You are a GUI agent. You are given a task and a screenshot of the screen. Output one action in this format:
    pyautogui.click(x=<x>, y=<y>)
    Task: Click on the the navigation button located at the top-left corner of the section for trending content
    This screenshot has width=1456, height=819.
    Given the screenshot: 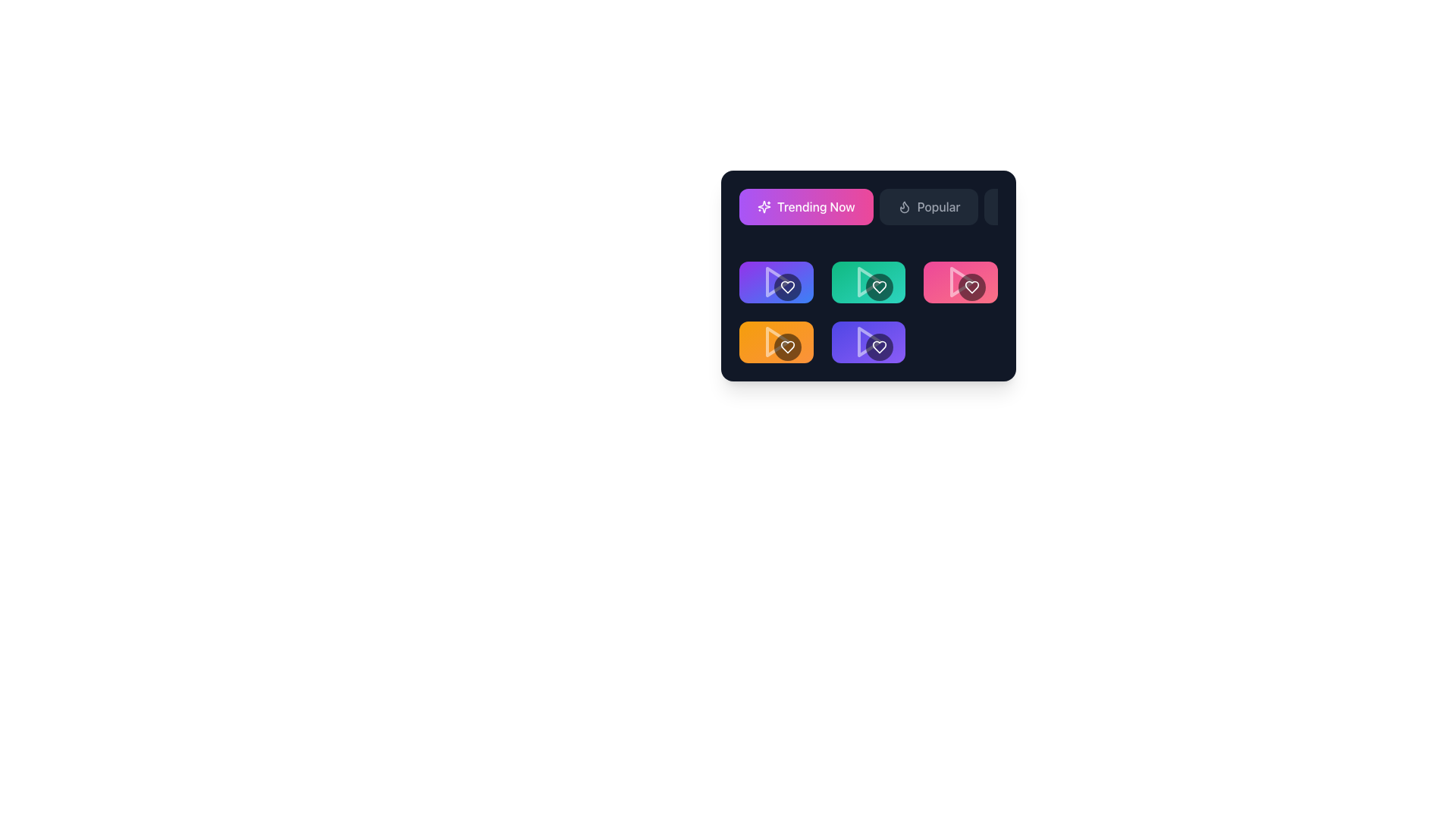 What is the action you would take?
    pyautogui.click(x=776, y=221)
    